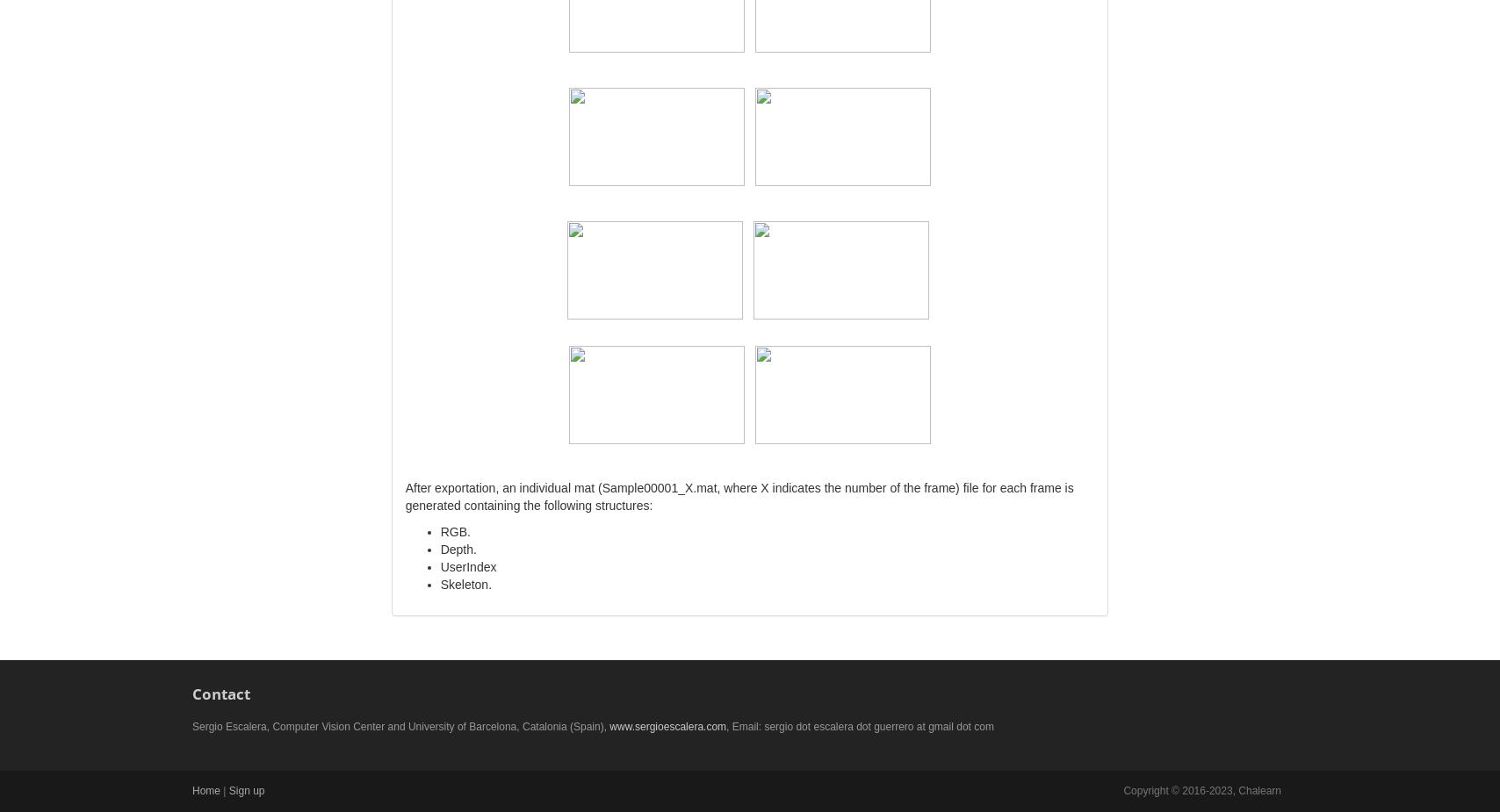 The image size is (1500, 812). Describe the element at coordinates (726, 726) in the screenshot. I see `', Email: sergio dot escalera dot guerrero at gmail dot com'` at that location.